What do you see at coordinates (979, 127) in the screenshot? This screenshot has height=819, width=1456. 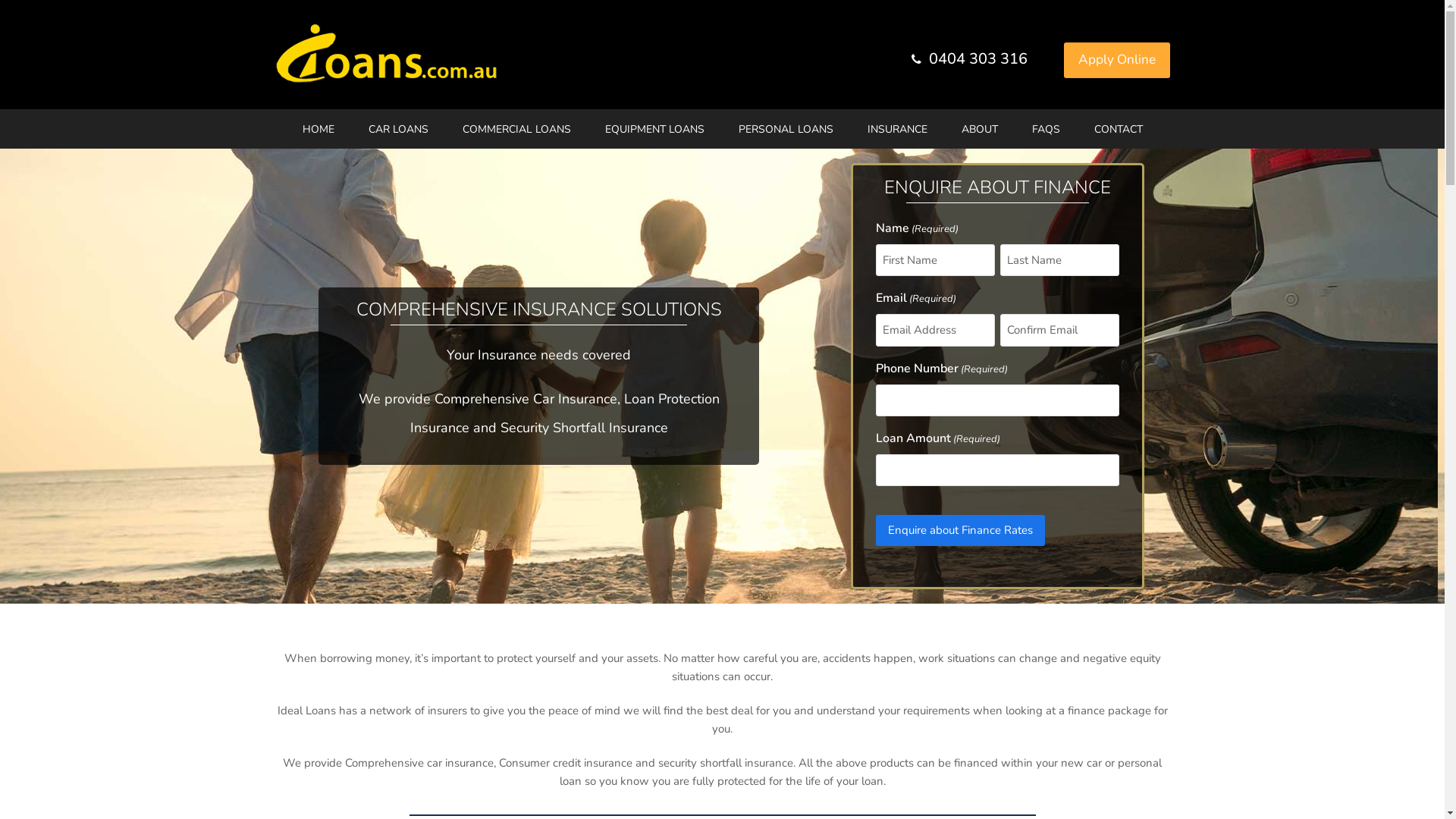 I see `'ABOUT'` at bounding box center [979, 127].